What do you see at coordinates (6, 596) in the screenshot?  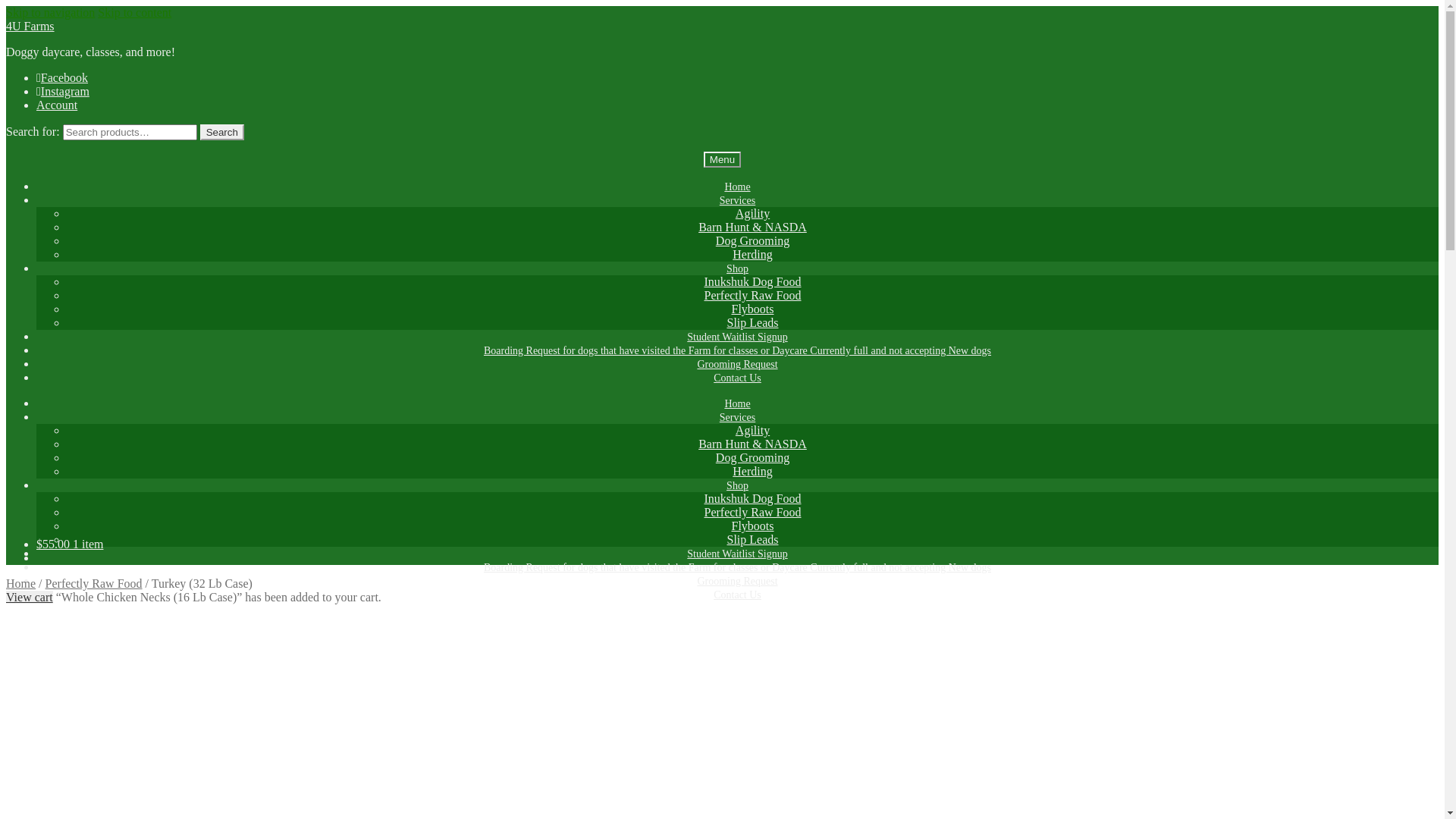 I see `'View cart'` at bounding box center [6, 596].